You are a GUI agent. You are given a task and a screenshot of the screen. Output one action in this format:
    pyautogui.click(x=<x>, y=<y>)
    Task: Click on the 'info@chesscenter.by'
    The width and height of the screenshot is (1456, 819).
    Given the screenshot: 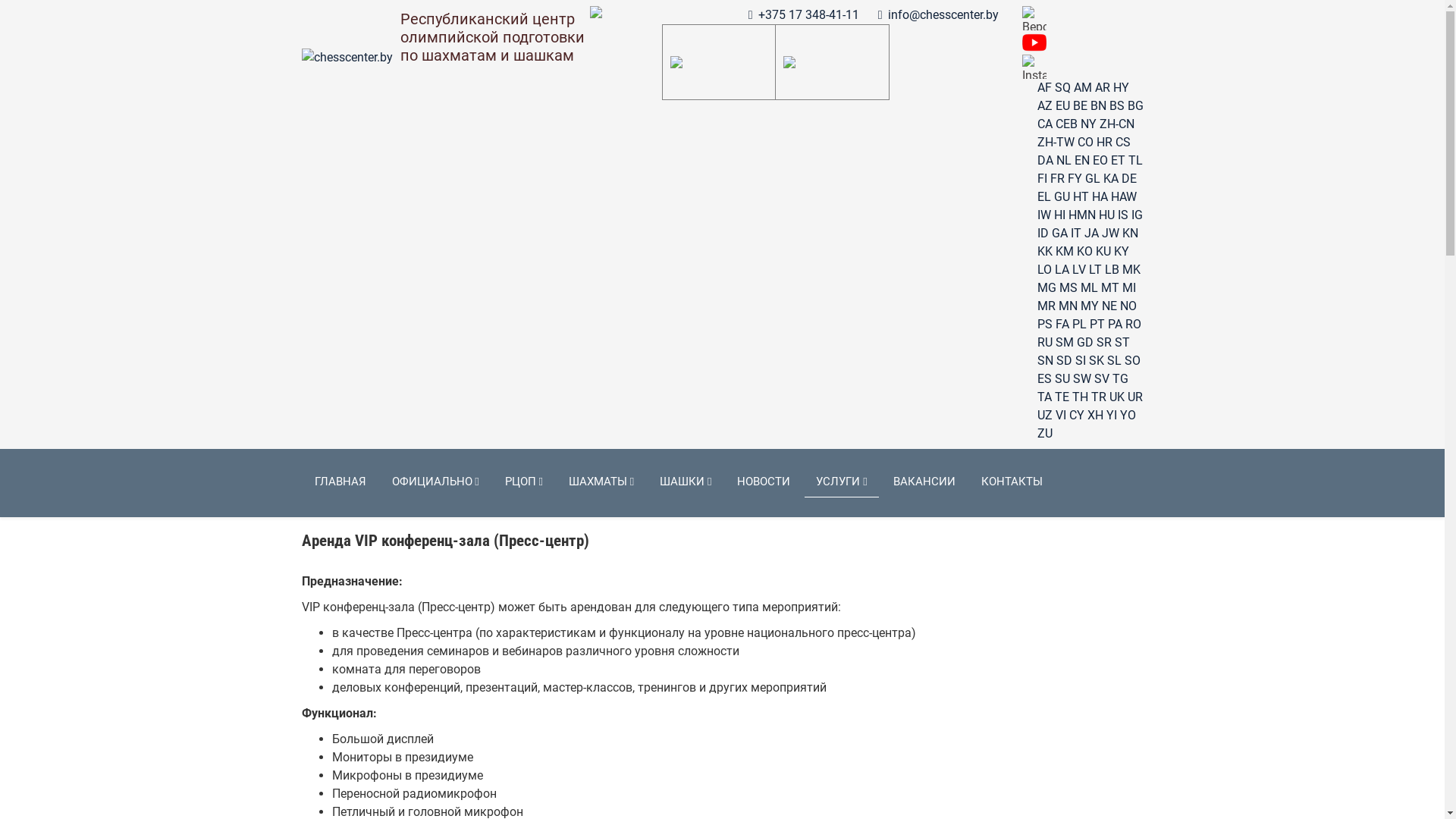 What is the action you would take?
    pyautogui.click(x=942, y=14)
    